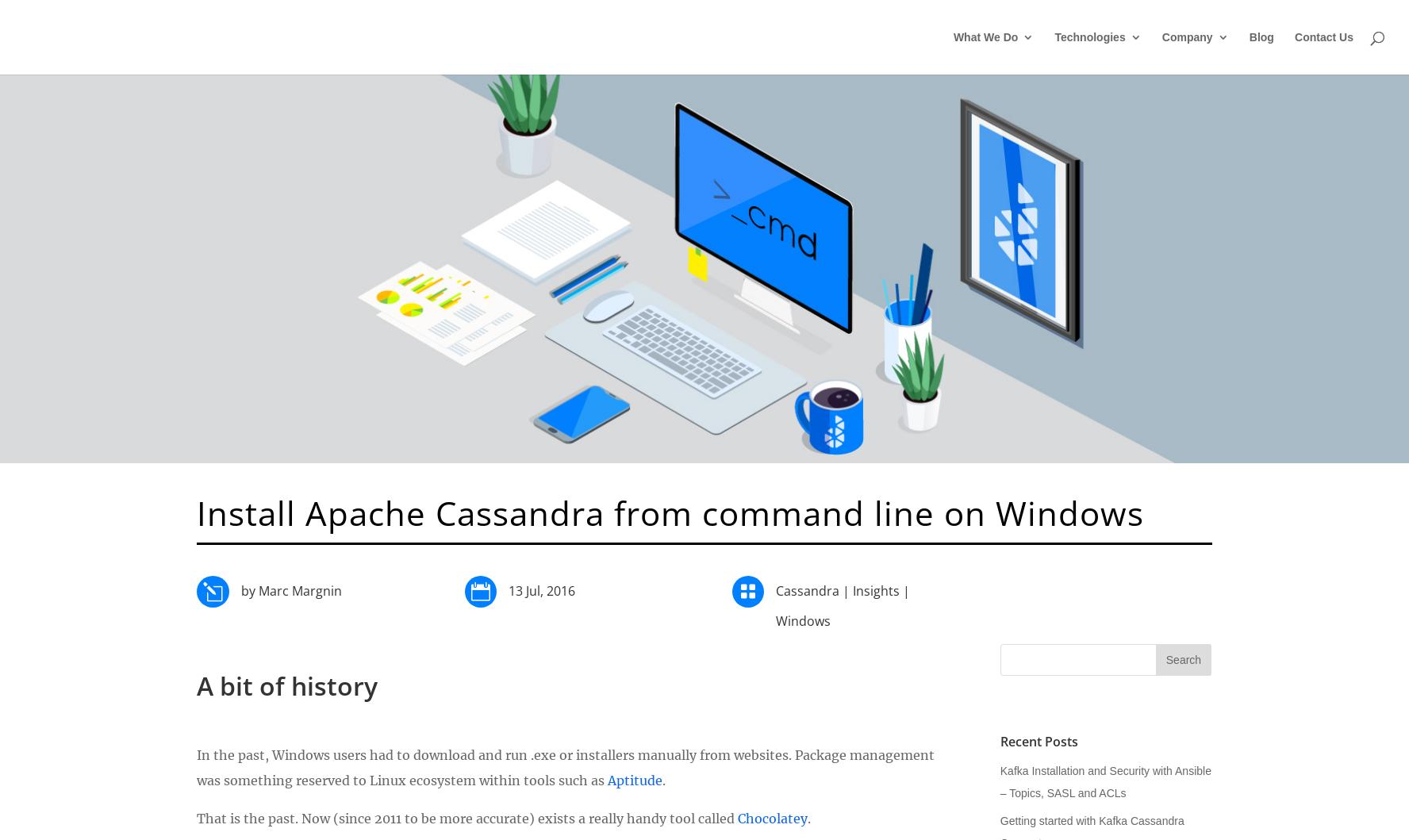  What do you see at coordinates (670, 512) in the screenshot?
I see `'Install Apache Cassandra from command line on Windows'` at bounding box center [670, 512].